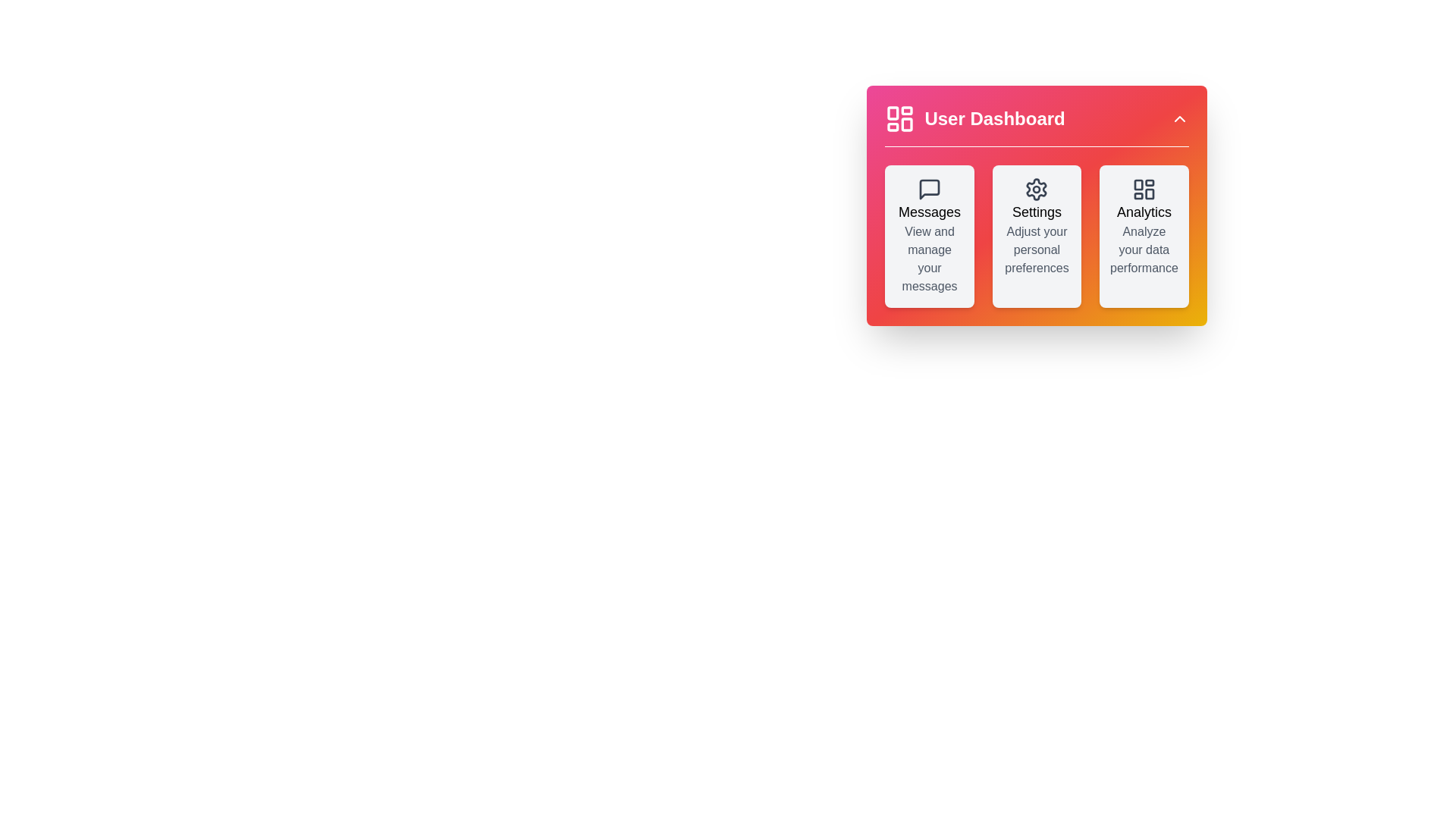 The height and width of the screenshot is (819, 1456). Describe the element at coordinates (1144, 237) in the screenshot. I see `the informational card labeled 'Analytics' that contains a dashboard layout icon, located in the rightmost column beneath the 'User Dashboard' header` at that location.